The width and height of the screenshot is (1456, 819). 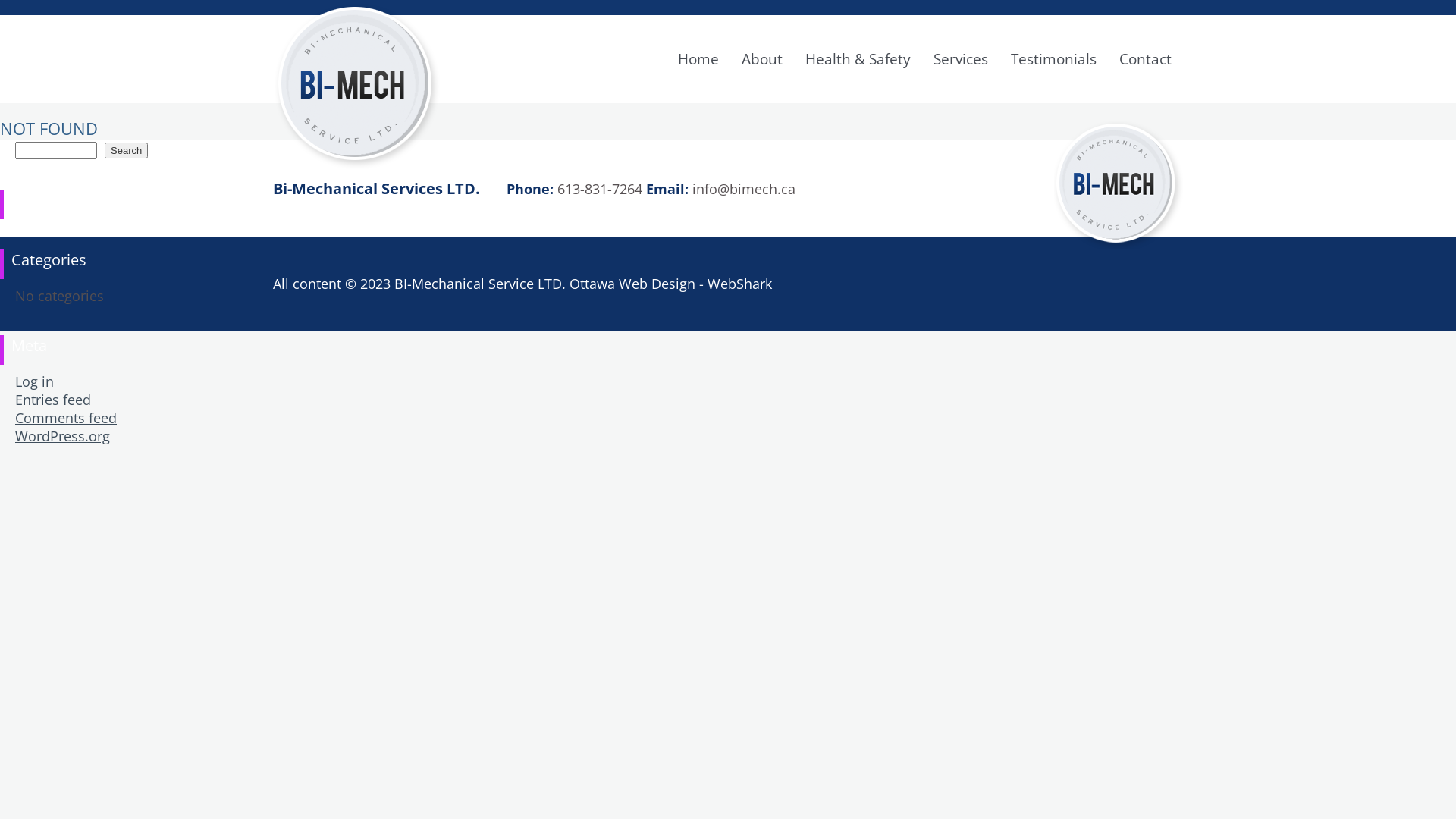 What do you see at coordinates (34, 380) in the screenshot?
I see `'Log in'` at bounding box center [34, 380].